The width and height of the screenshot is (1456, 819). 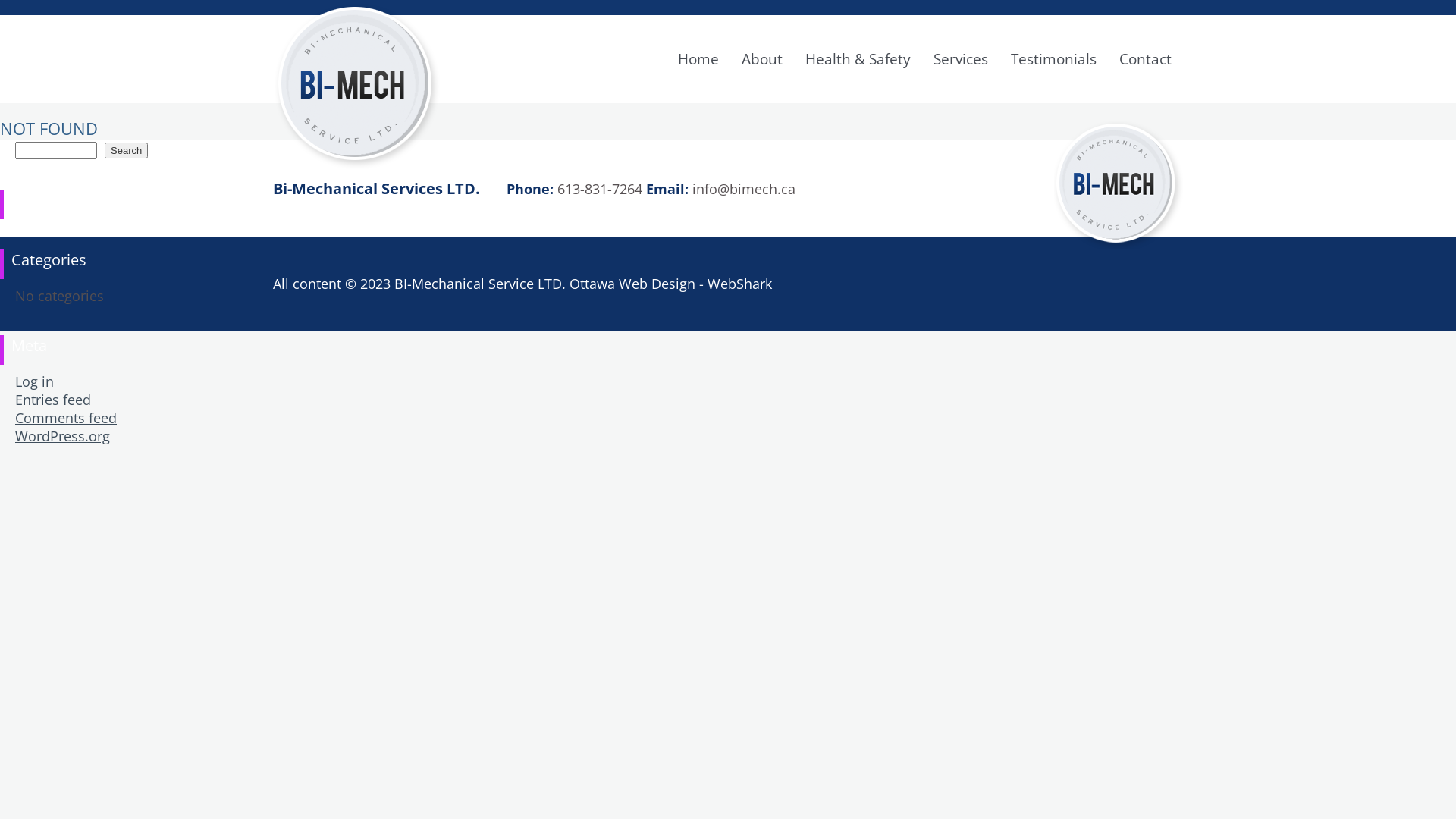 What do you see at coordinates (34, 380) in the screenshot?
I see `'Log in'` at bounding box center [34, 380].